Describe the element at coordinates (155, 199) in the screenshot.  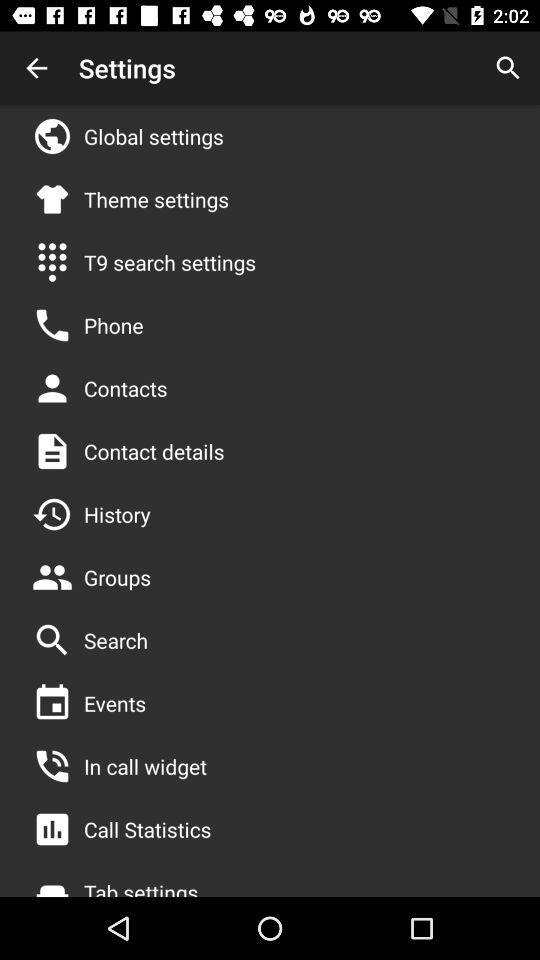
I see `theme settings app` at that location.